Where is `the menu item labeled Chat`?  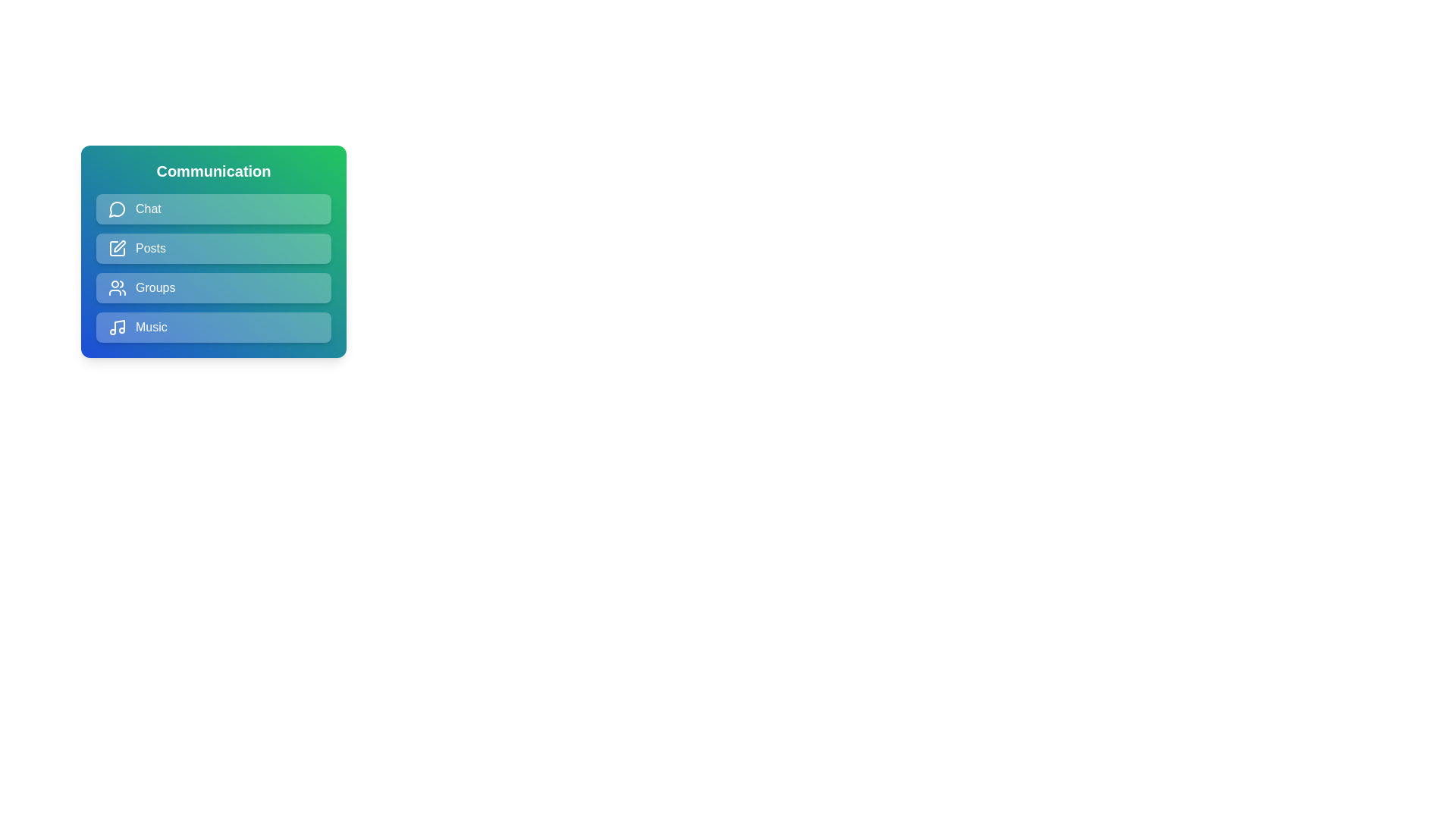 the menu item labeled Chat is located at coordinates (213, 209).